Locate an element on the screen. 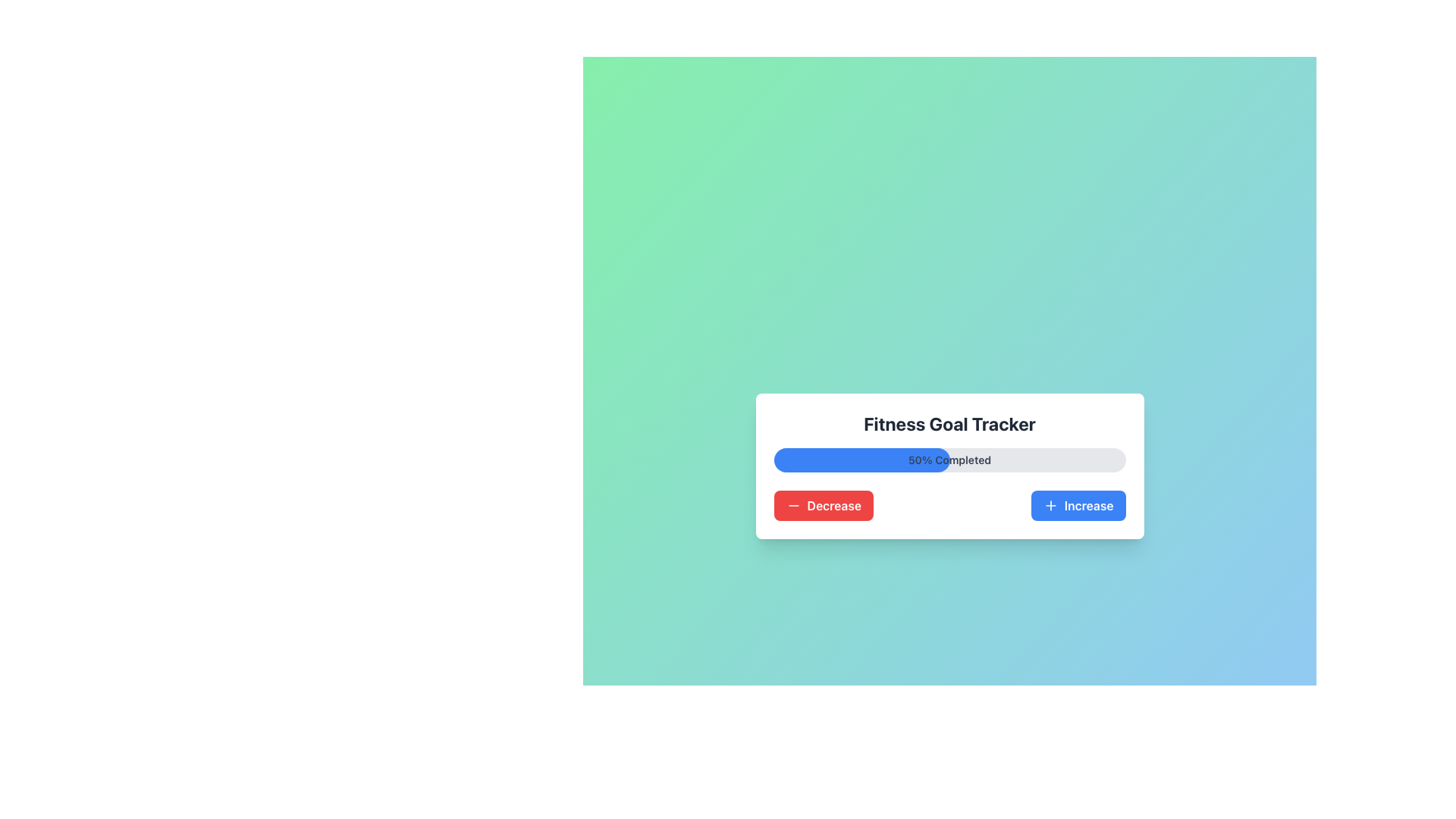  the 'Decrease' button located at the bottom-left of the 'Fitness Goal Tracker' card is located at coordinates (823, 506).